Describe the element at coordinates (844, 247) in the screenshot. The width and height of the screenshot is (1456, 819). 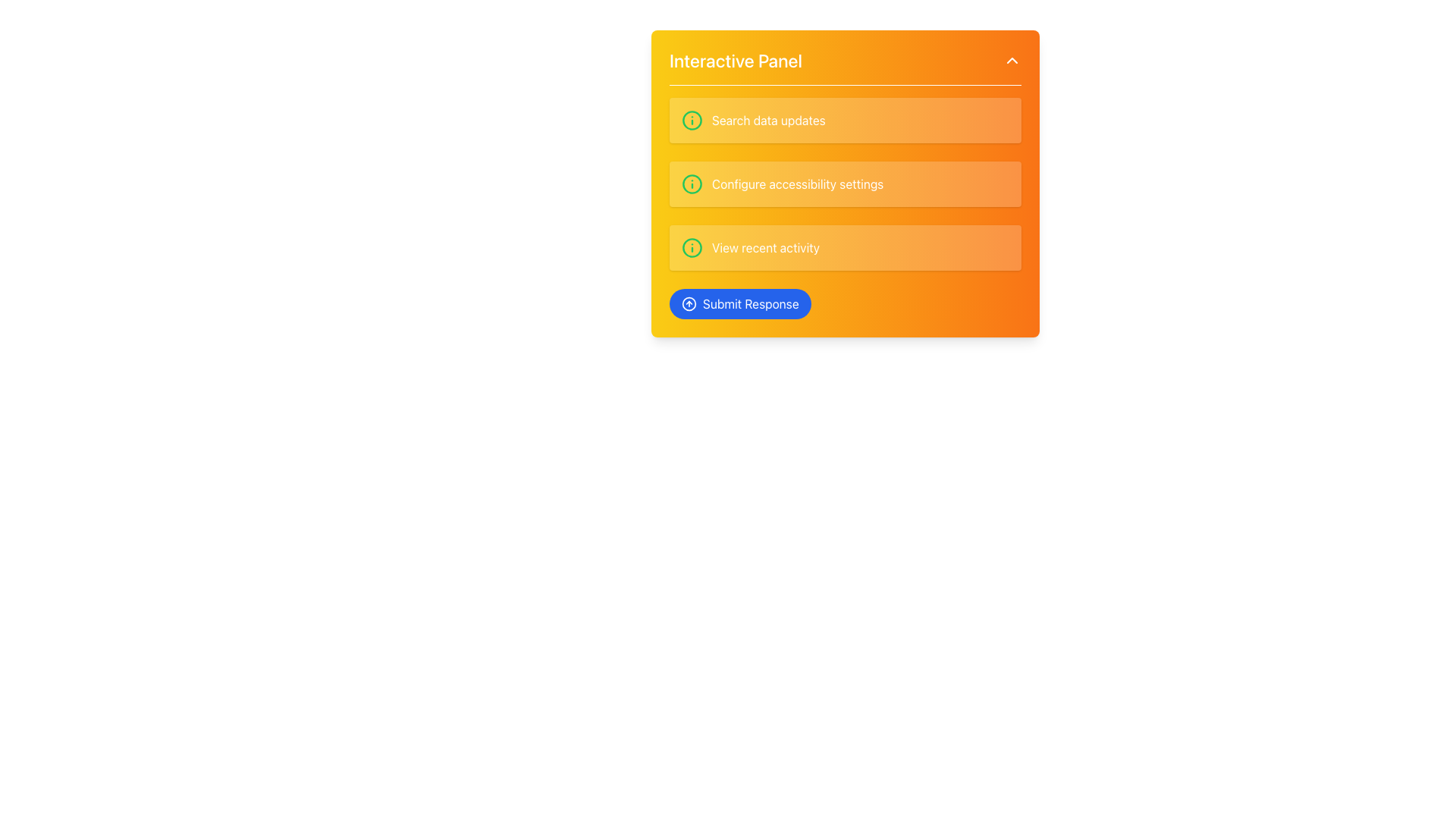
I see `the third item in the vertically stacked list of options that displays recent activity logs, located between 'Configure accessibility settings' and 'Submit Response'` at that location.